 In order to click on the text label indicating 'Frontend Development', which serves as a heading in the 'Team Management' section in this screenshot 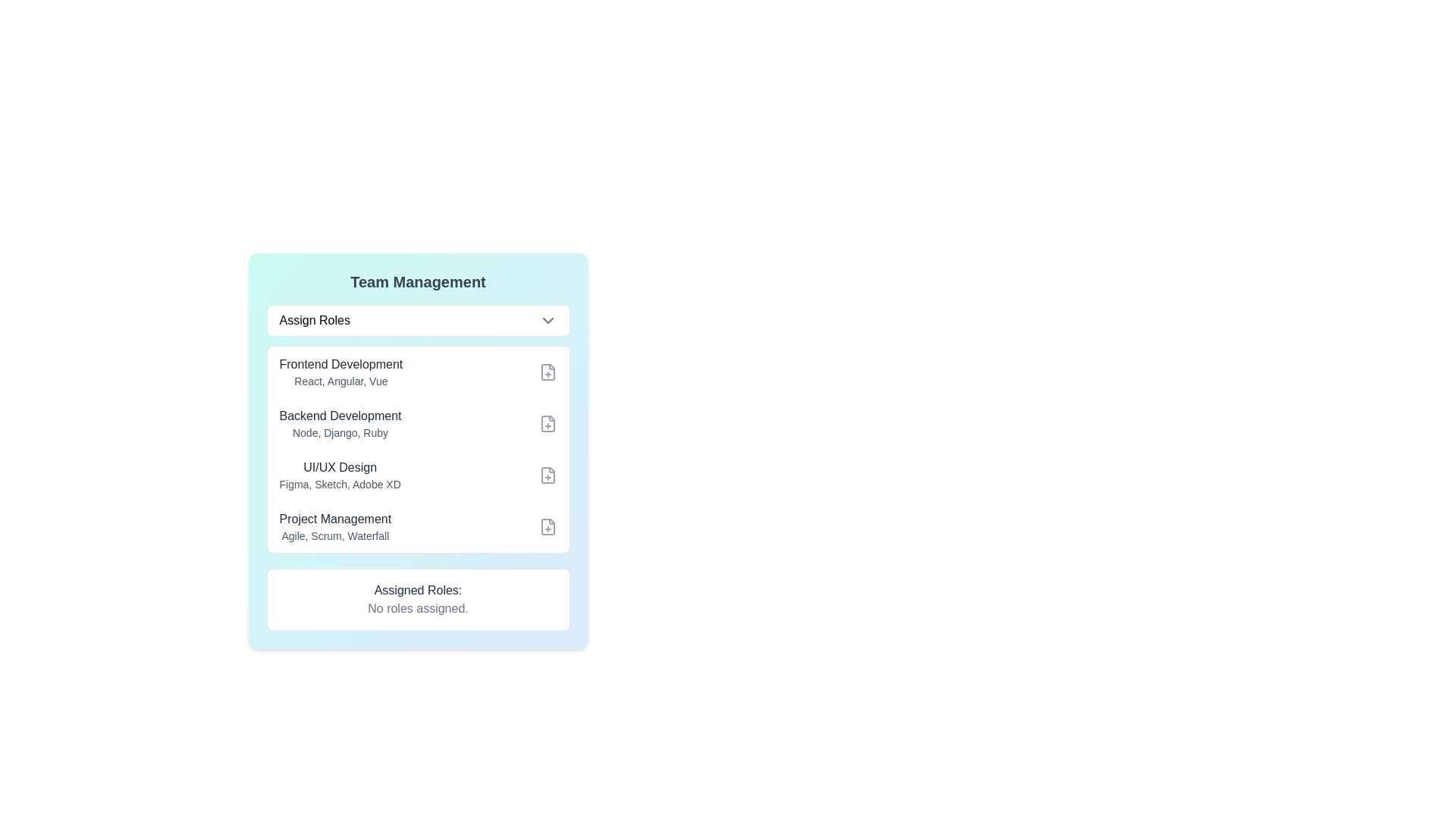, I will do `click(340, 365)`.